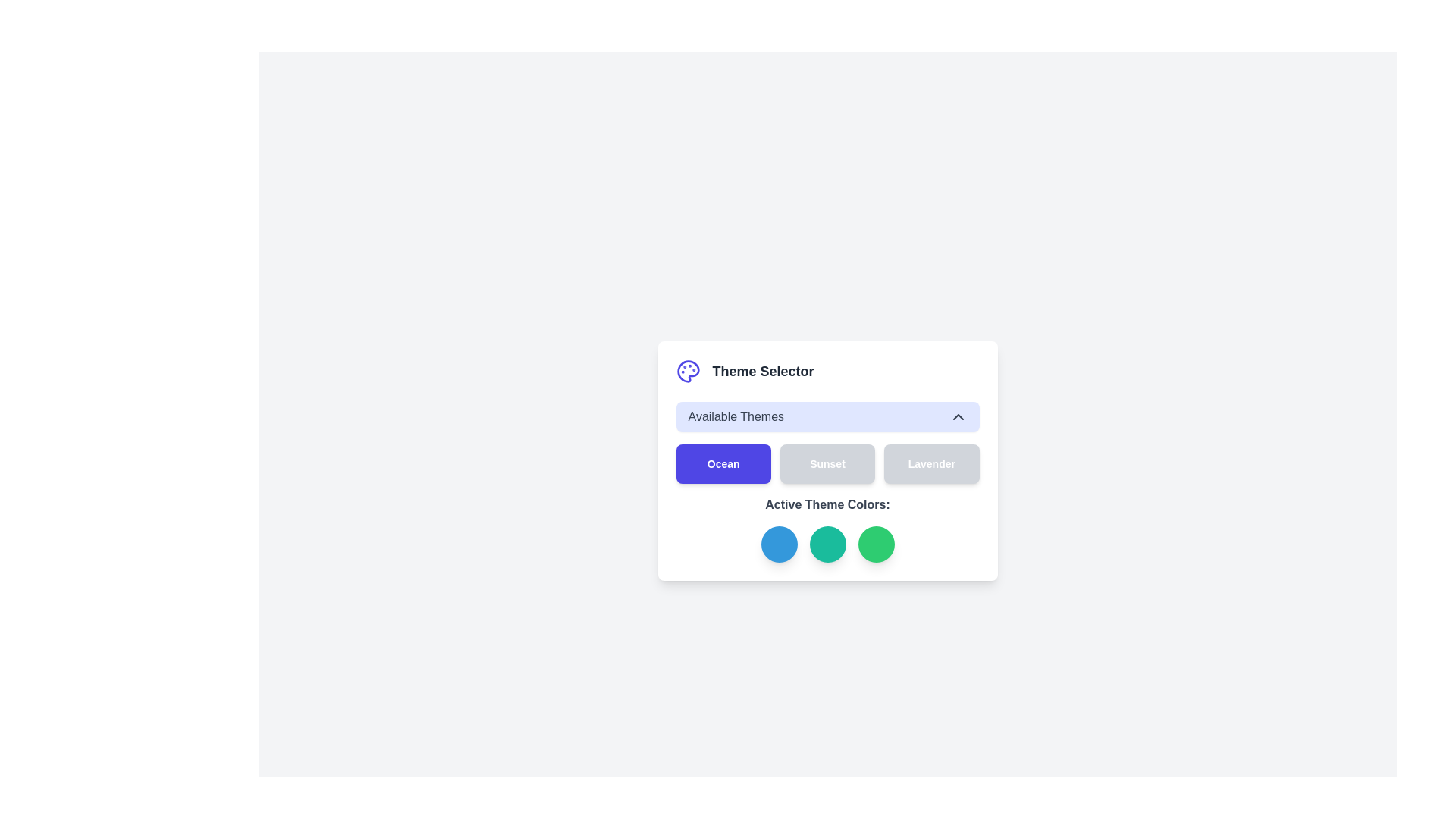 This screenshot has height=819, width=1456. I want to click on the 'Sunset' theme button located in the middle of the theme selection interface to visualize its hover effect, so click(827, 460).